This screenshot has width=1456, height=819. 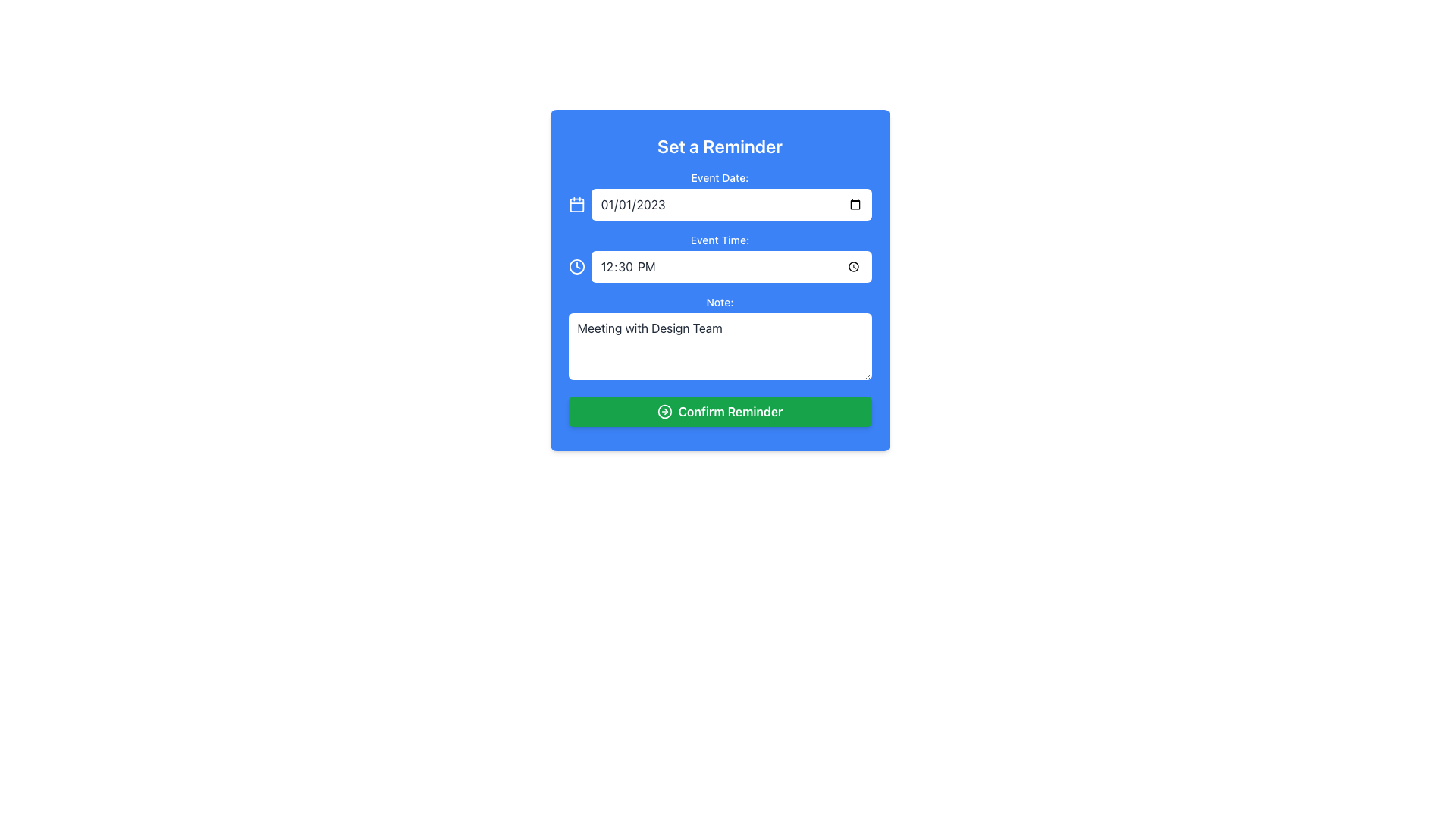 I want to click on the confirmation button located at the bottom of the blue rectangular dialog box for the 'Set a Reminder' form, which is directly below the 'Note:' text area, so click(x=719, y=412).